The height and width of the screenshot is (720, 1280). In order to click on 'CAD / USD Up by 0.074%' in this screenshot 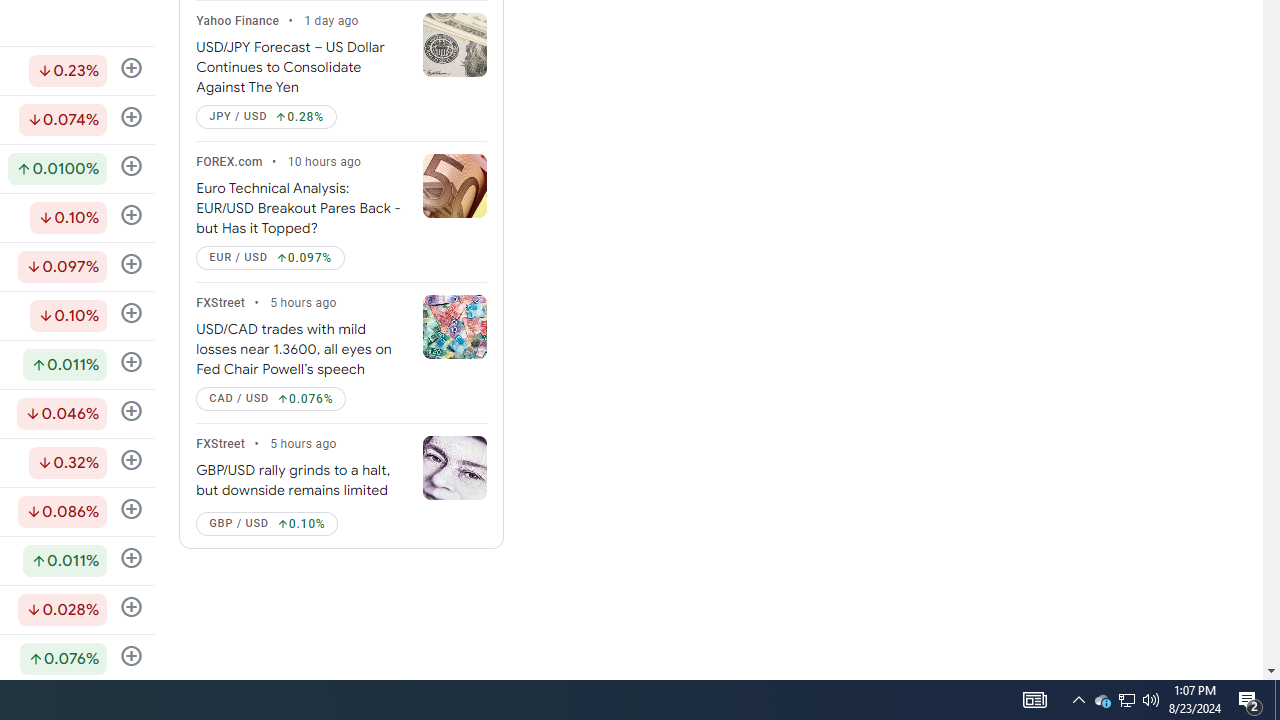, I will do `click(270, 399)`.